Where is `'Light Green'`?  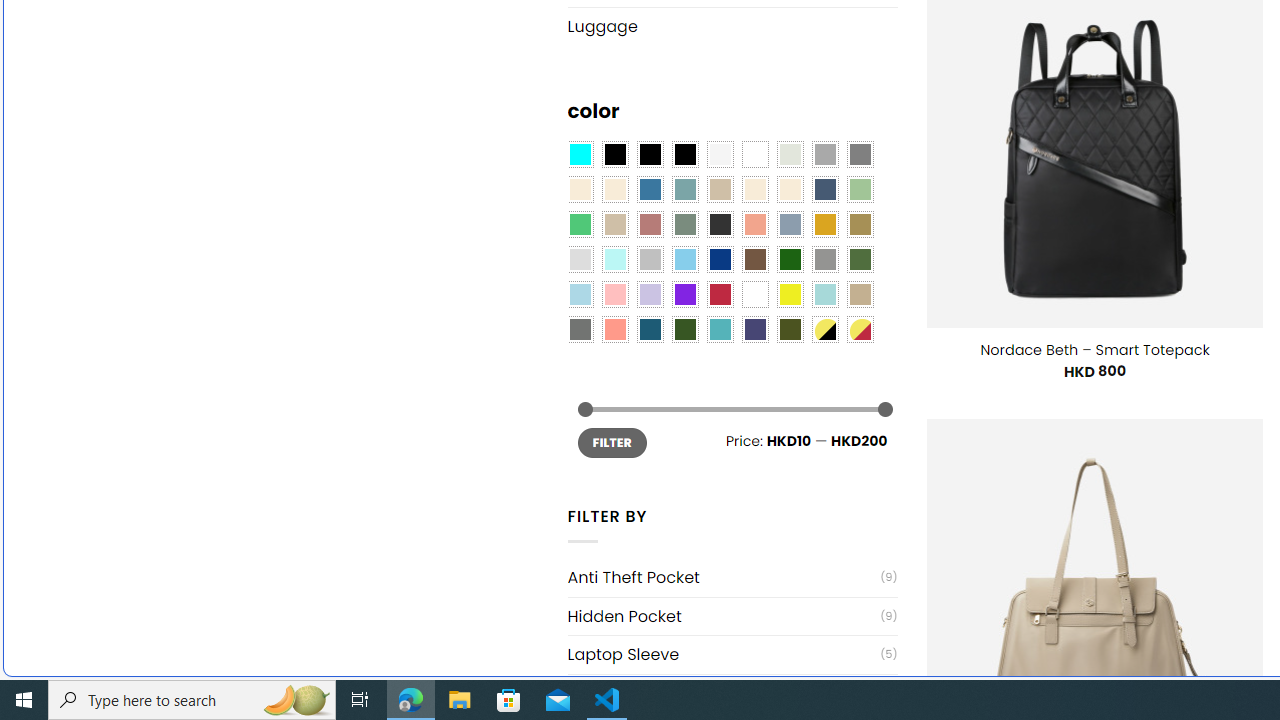
'Light Green' is located at coordinates (860, 190).